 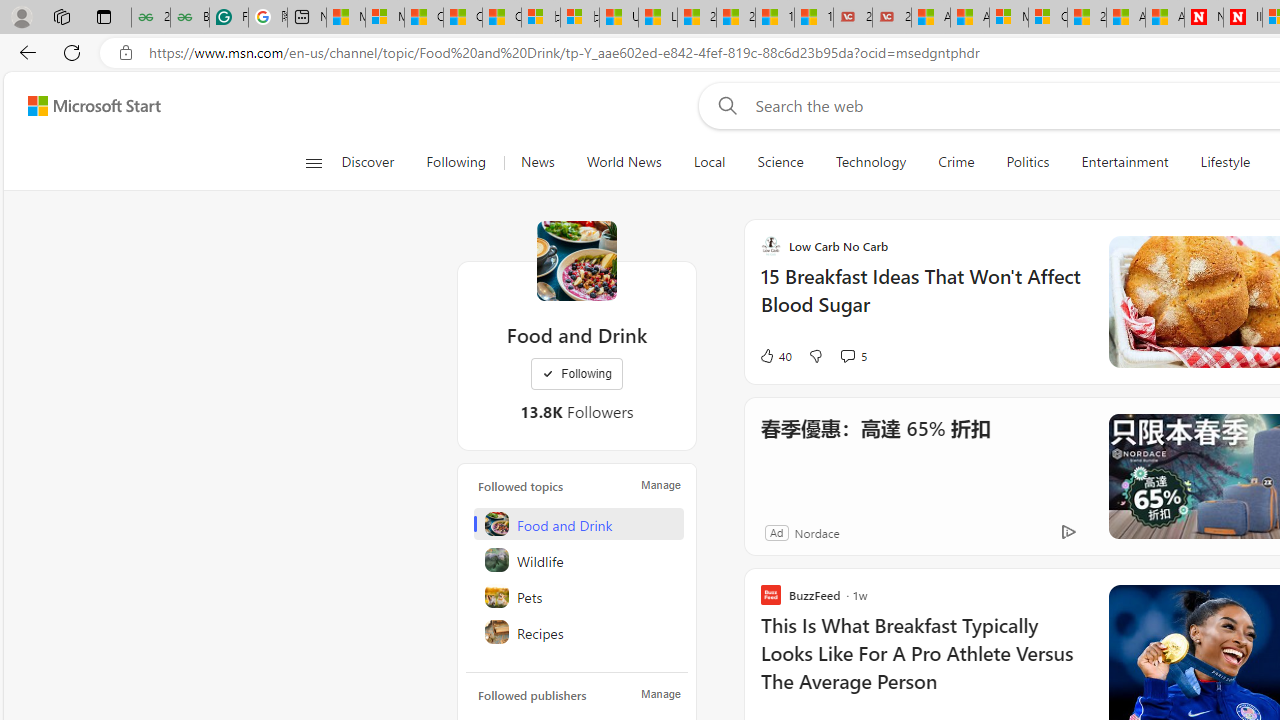 What do you see at coordinates (891, 17) in the screenshot?
I see `'21 Movies That Outdid the Books They Were Based On'` at bounding box center [891, 17].